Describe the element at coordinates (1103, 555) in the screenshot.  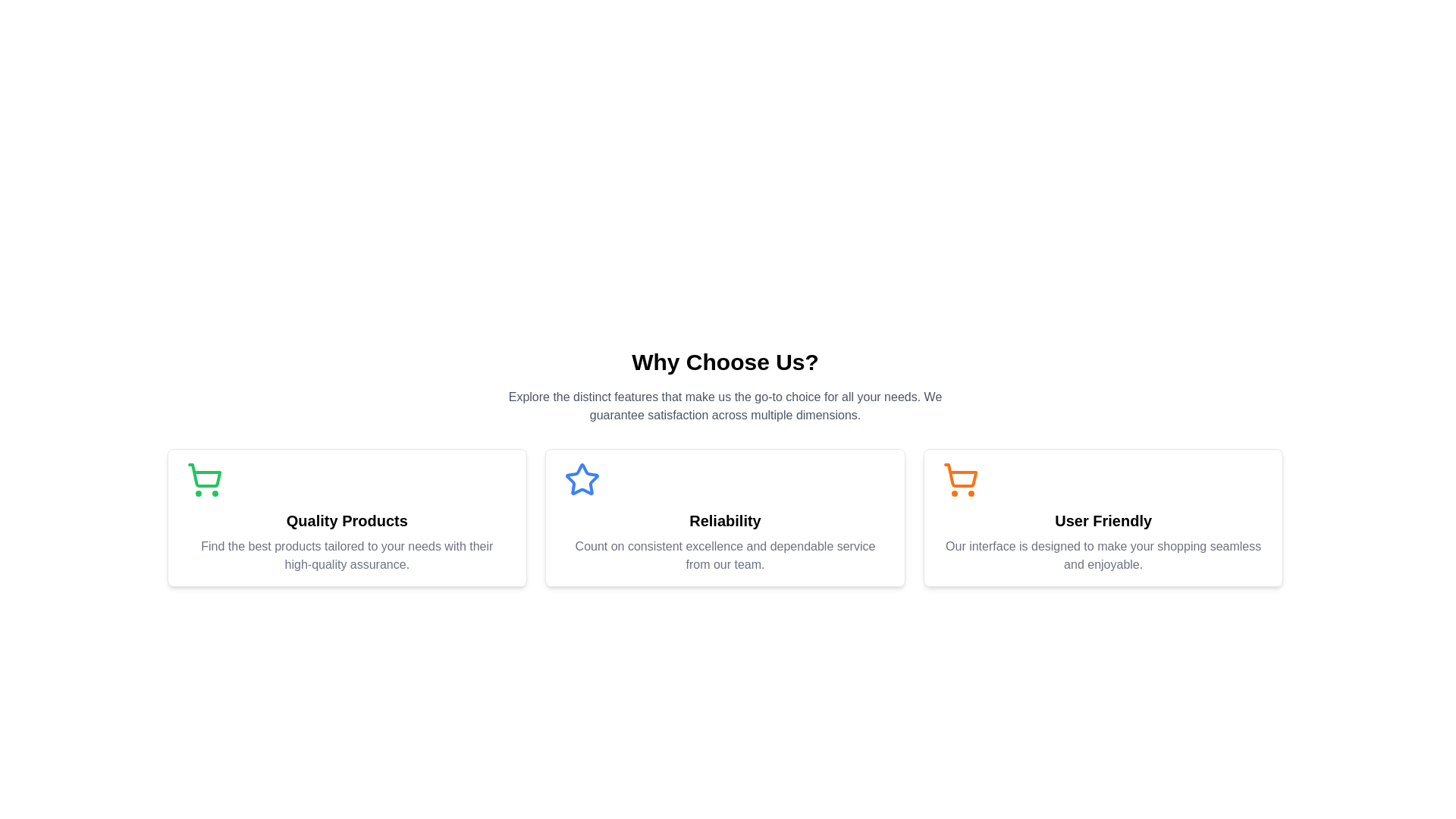
I see `the detailed description text element located at the bottom of the rightmost box in the horizontally aligned triplet of cards, which provides additional information about the 'User Friendly' feature` at that location.